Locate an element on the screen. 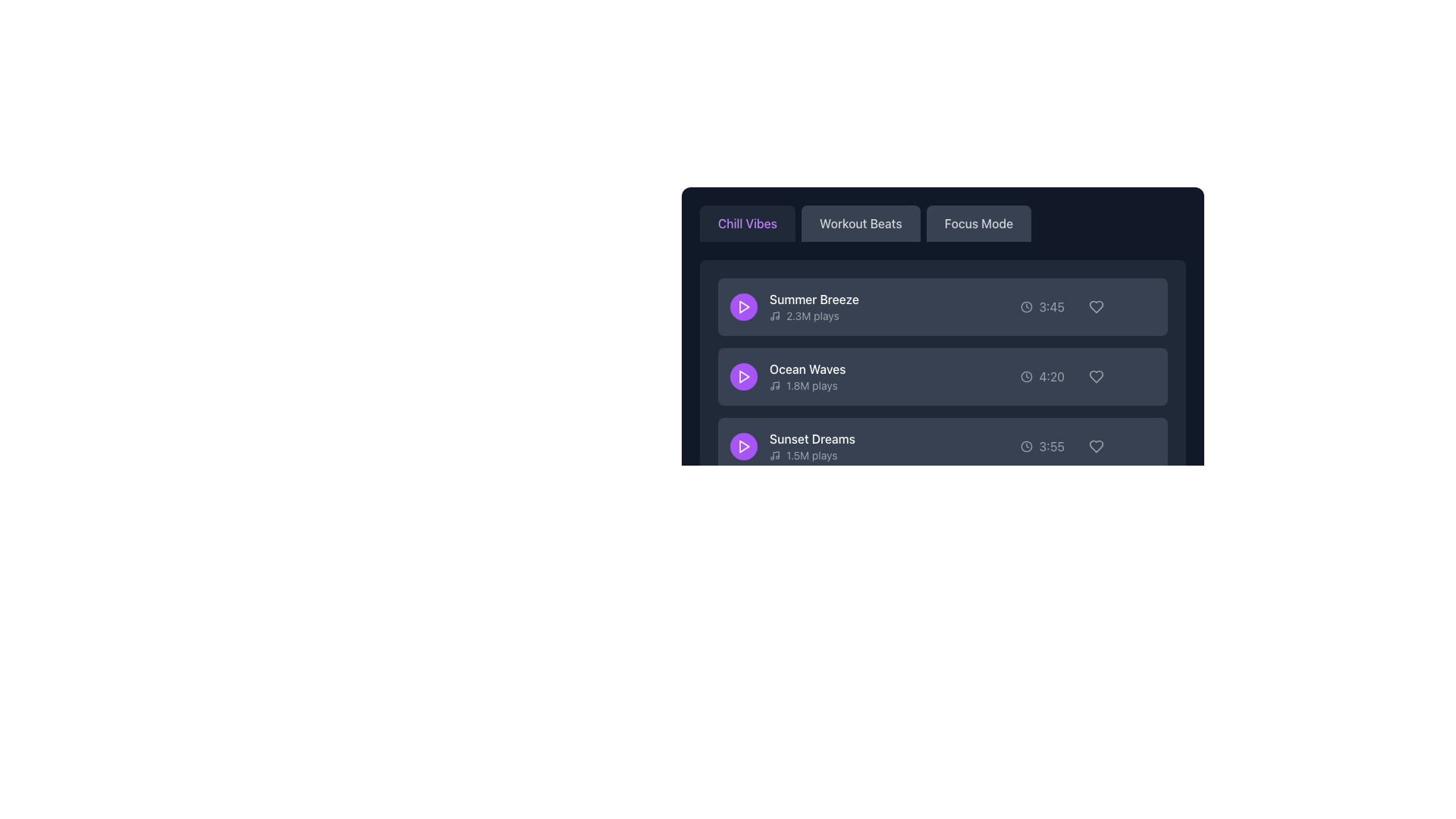  the heart-shaped icon button outlined in gray on the right side of the second item in the vertical list of musical tracks to like the item is located at coordinates (1096, 376).